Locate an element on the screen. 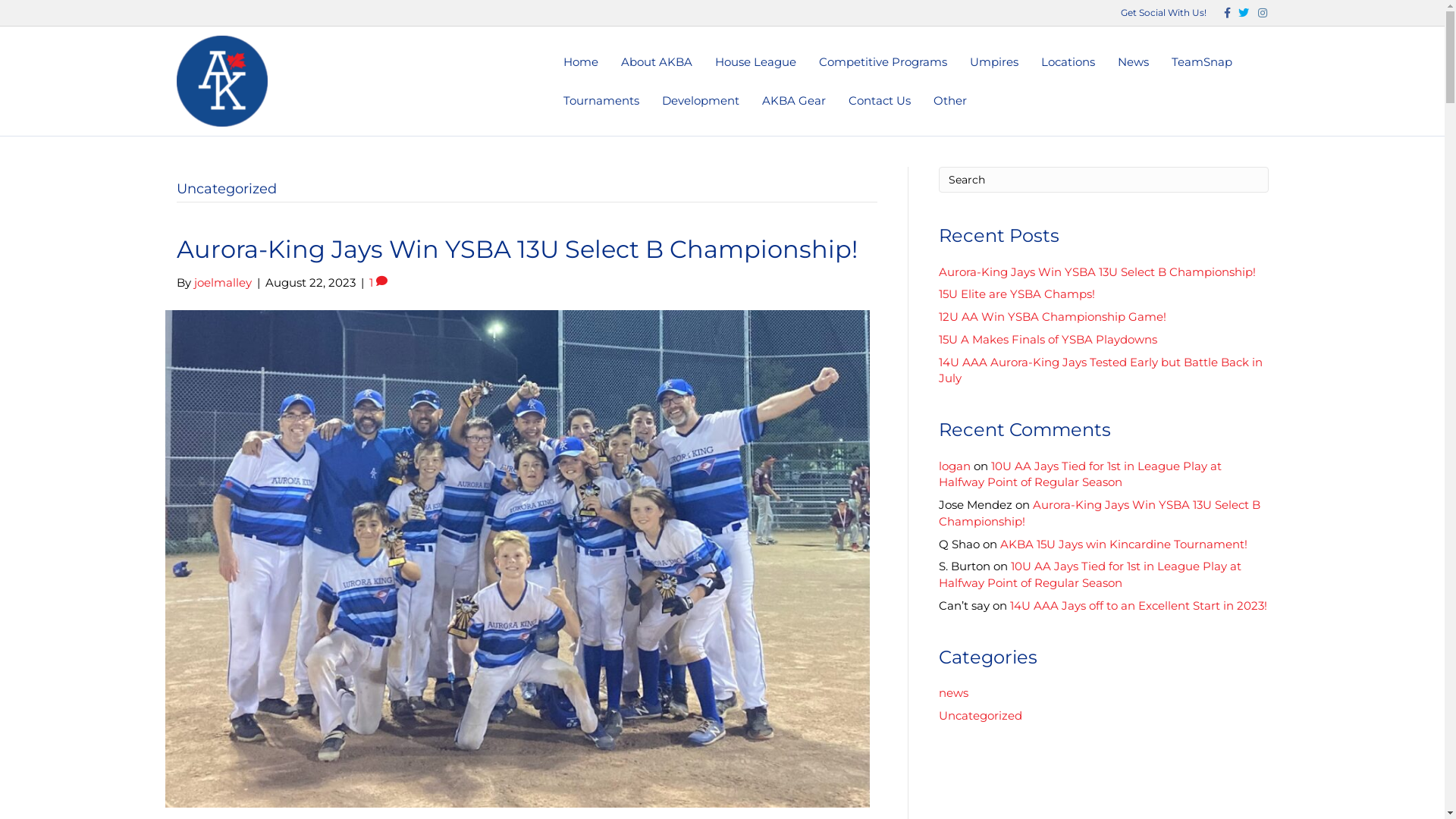 The width and height of the screenshot is (1456, 819). 'News' is located at coordinates (1132, 61).